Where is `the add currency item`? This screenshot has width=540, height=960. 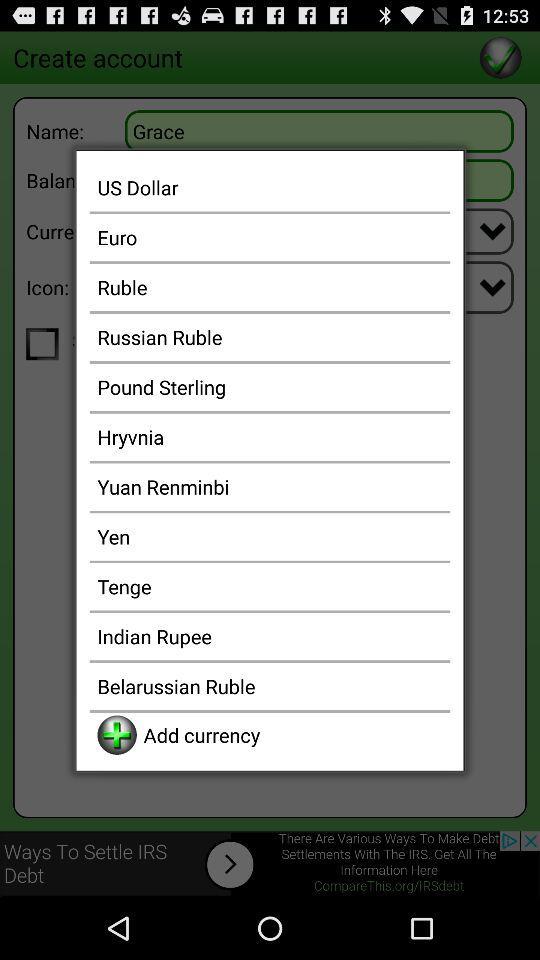 the add currency item is located at coordinates (292, 734).